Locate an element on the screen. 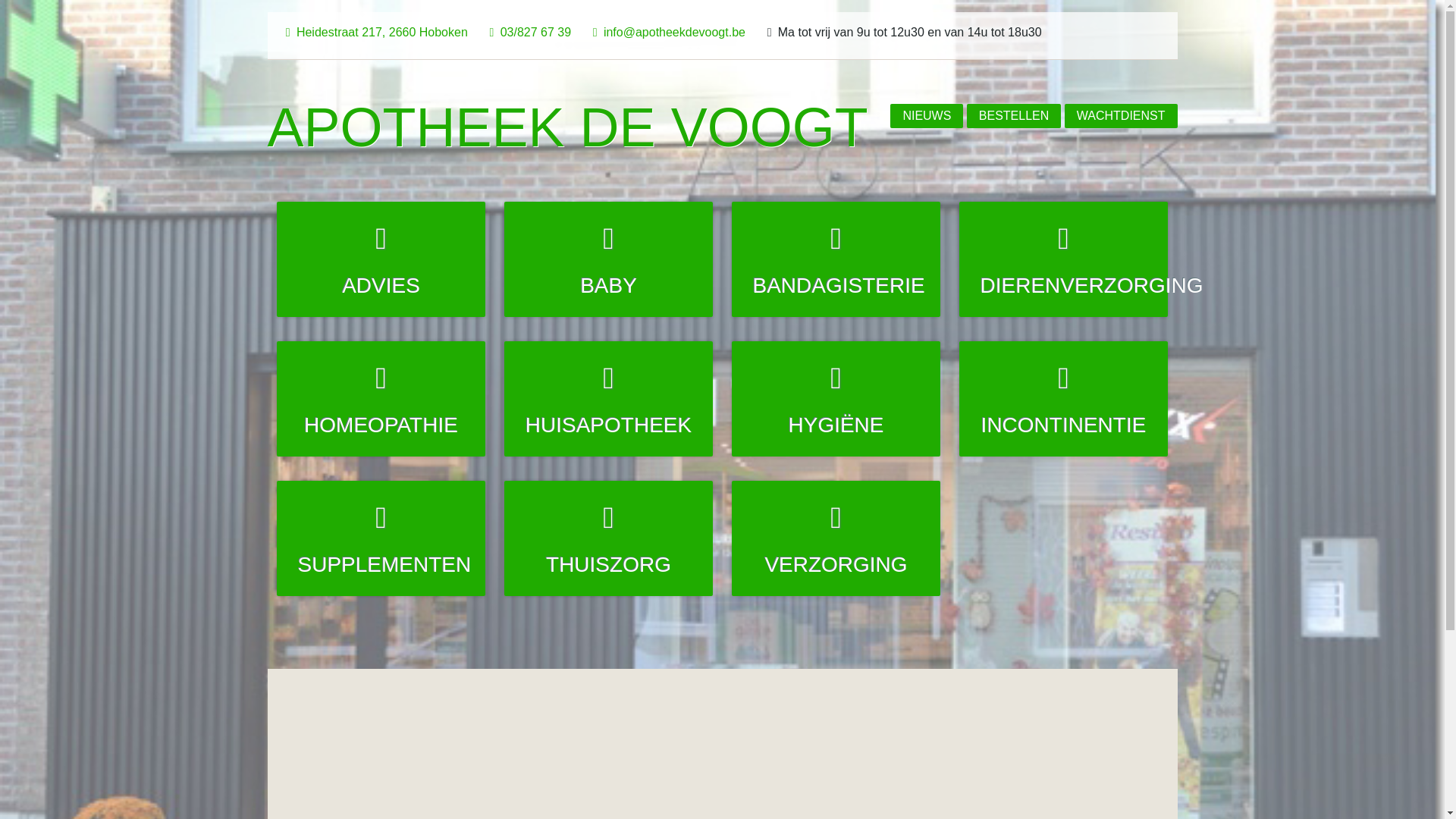 This screenshot has height=819, width=1456. 'Heidestraat 217, 2660 Hoboken' is located at coordinates (373, 32).